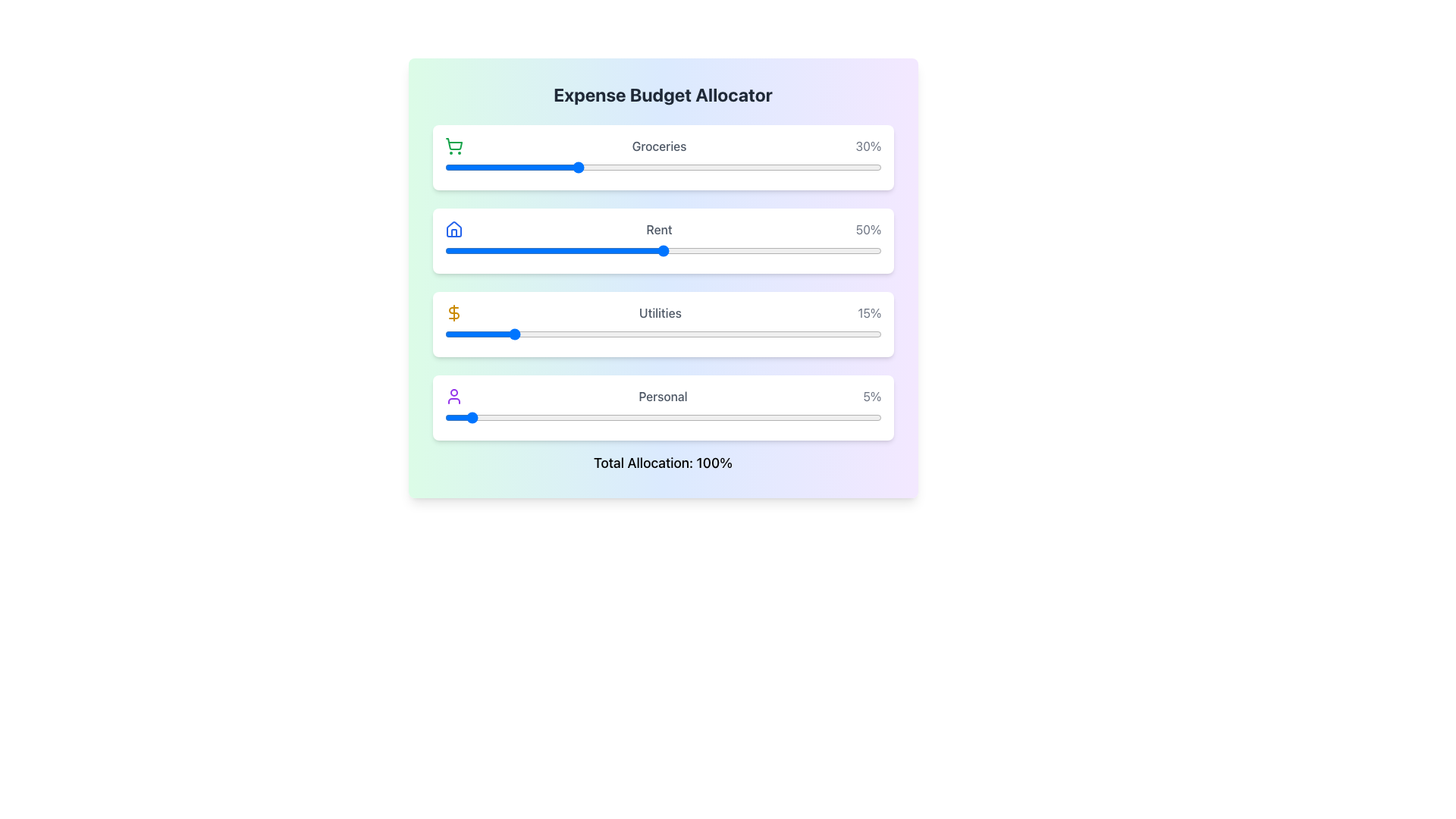 The image size is (1456, 819). What do you see at coordinates (663, 396) in the screenshot?
I see `the text label displaying 'Personal', which is positioned between a user icon and a percentage label '5%' in the 'Expense Budget Allocator' interface` at bounding box center [663, 396].